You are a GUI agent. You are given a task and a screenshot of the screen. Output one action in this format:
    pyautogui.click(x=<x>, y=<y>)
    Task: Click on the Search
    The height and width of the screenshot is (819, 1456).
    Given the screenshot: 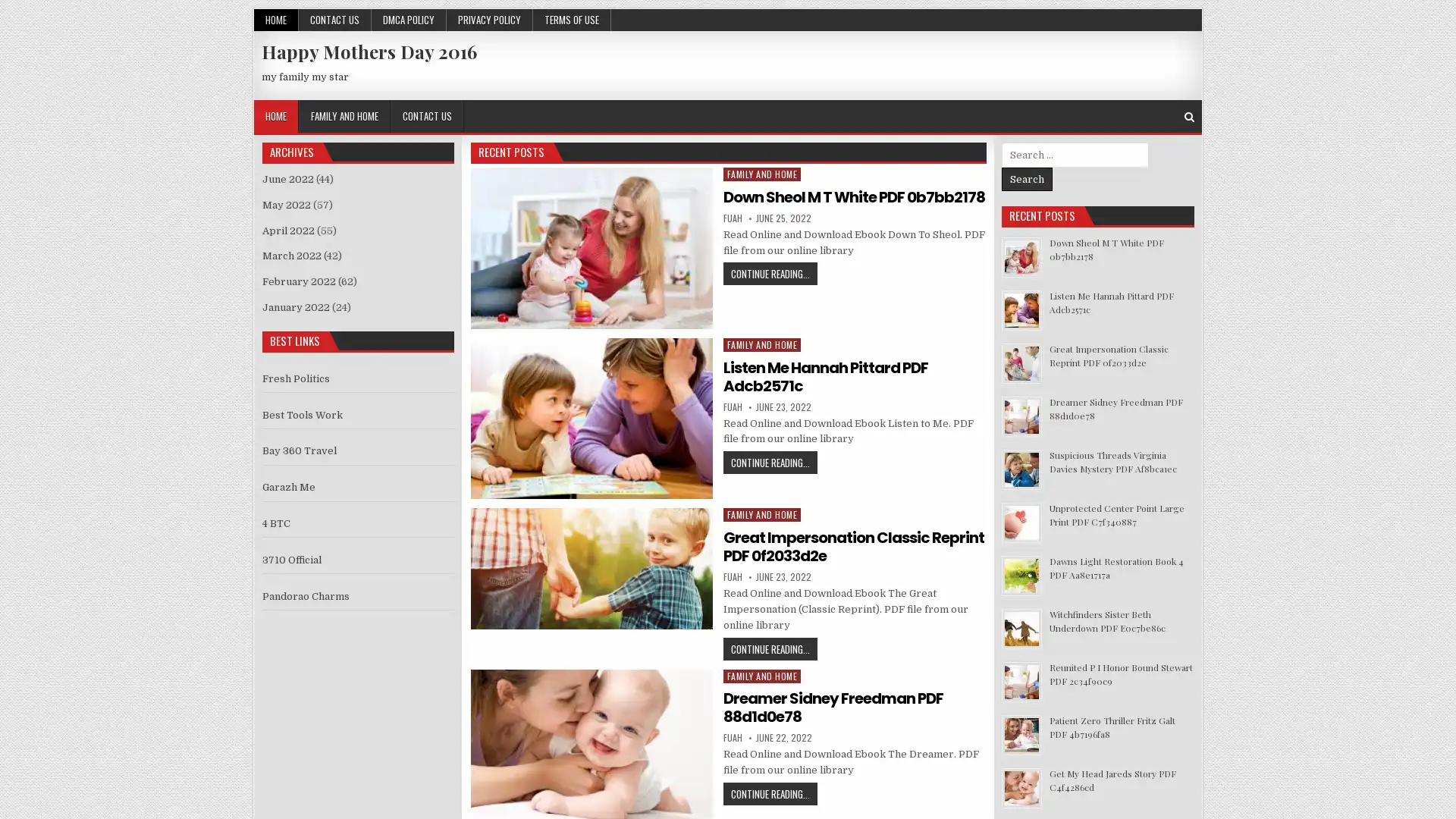 What is the action you would take?
    pyautogui.click(x=1027, y=178)
    